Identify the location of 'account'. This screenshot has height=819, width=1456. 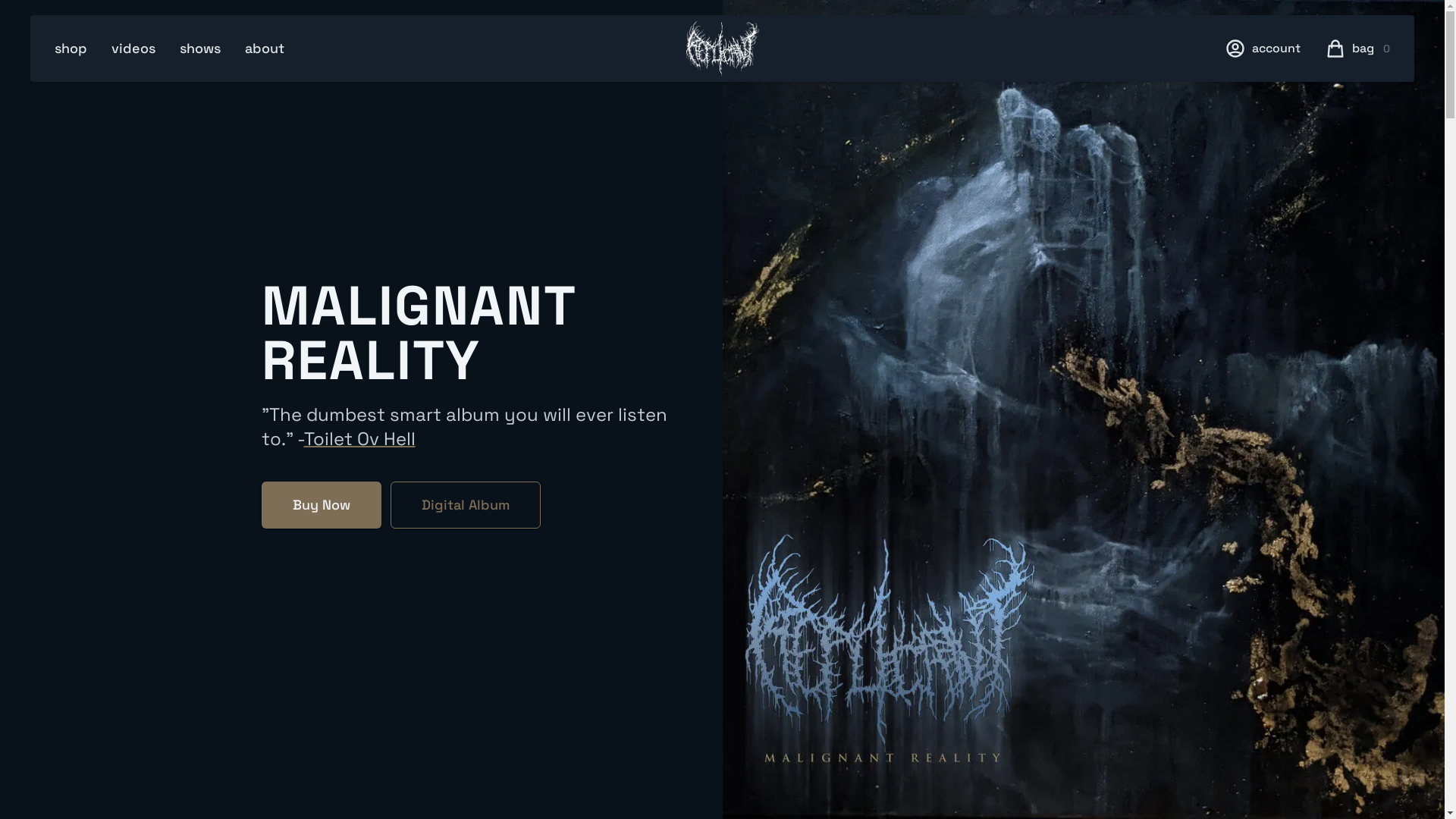
(1252, 48).